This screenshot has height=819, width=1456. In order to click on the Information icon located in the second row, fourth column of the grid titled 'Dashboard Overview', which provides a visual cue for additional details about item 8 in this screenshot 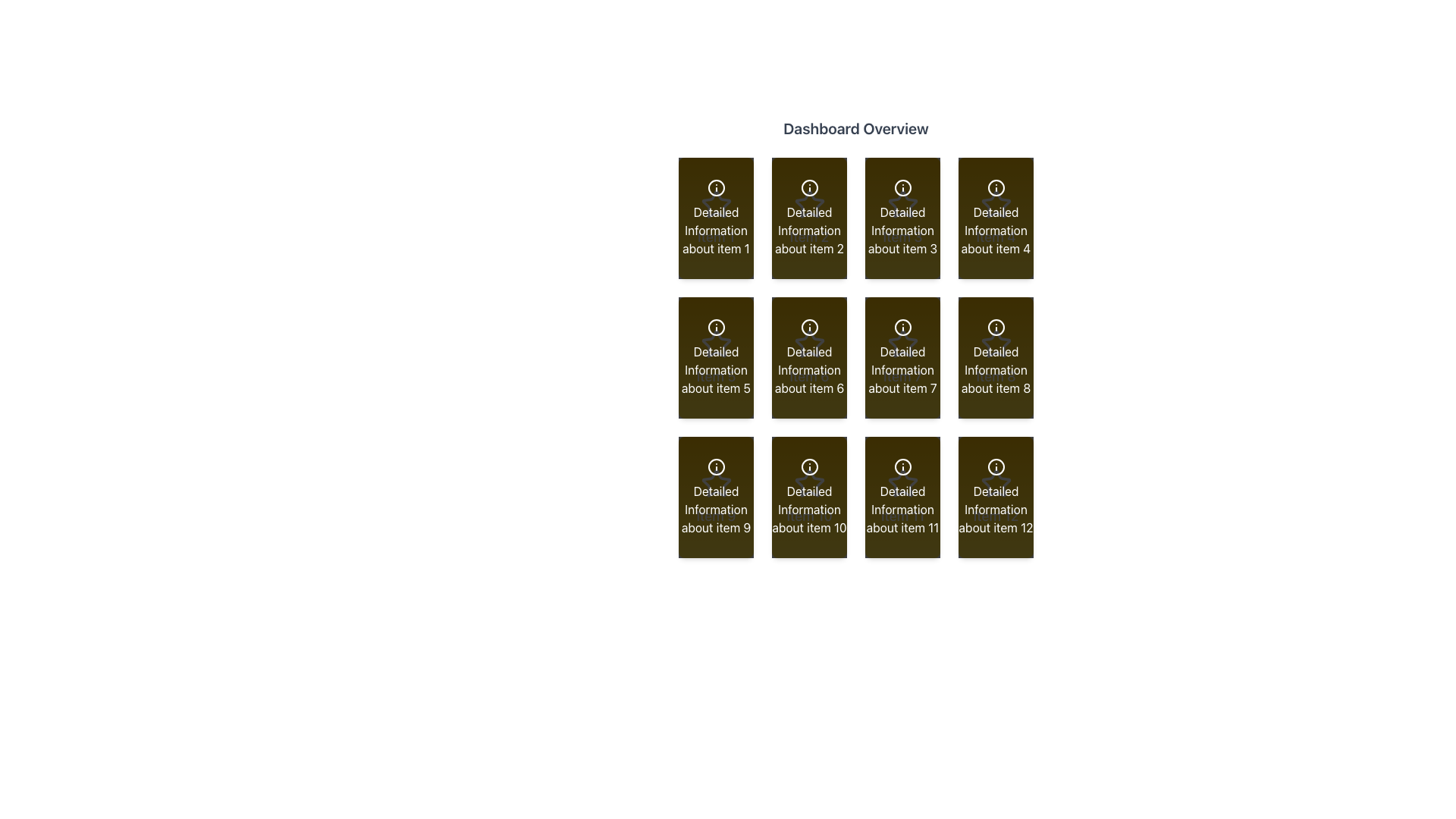, I will do `click(996, 327)`.